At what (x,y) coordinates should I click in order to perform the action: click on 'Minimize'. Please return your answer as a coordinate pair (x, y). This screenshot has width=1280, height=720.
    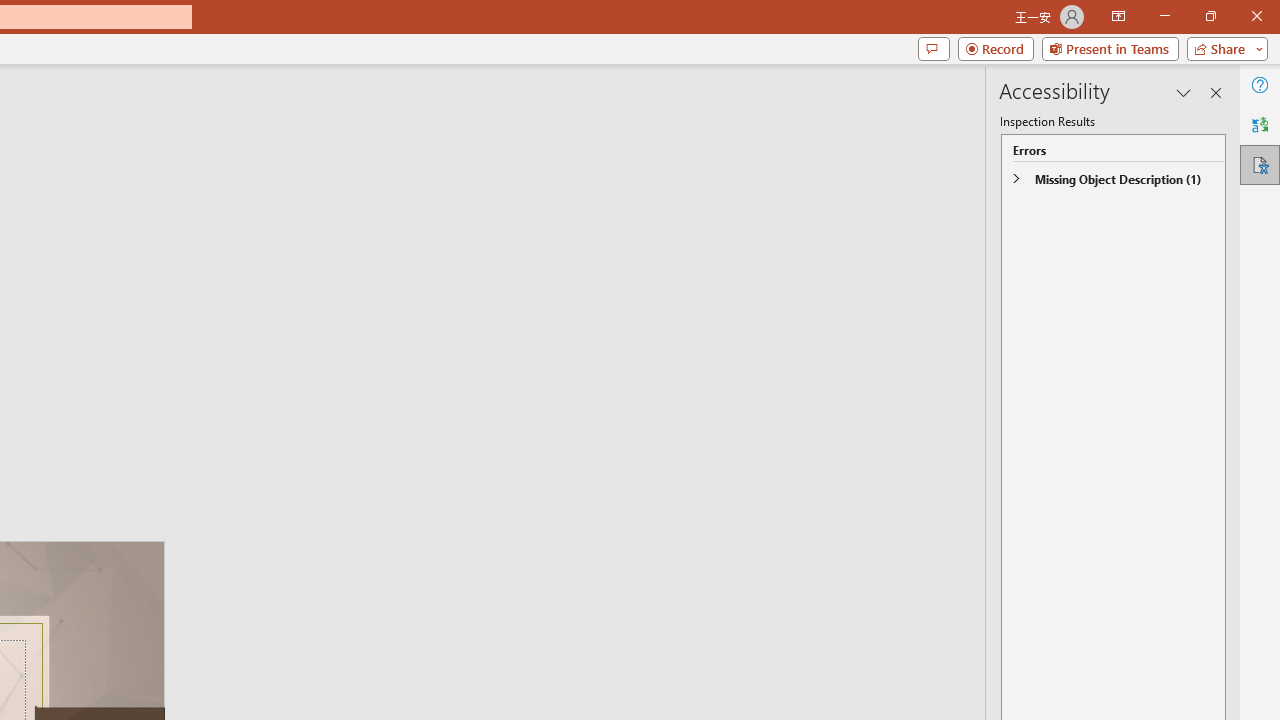
    Looking at the image, I should click on (1164, 16).